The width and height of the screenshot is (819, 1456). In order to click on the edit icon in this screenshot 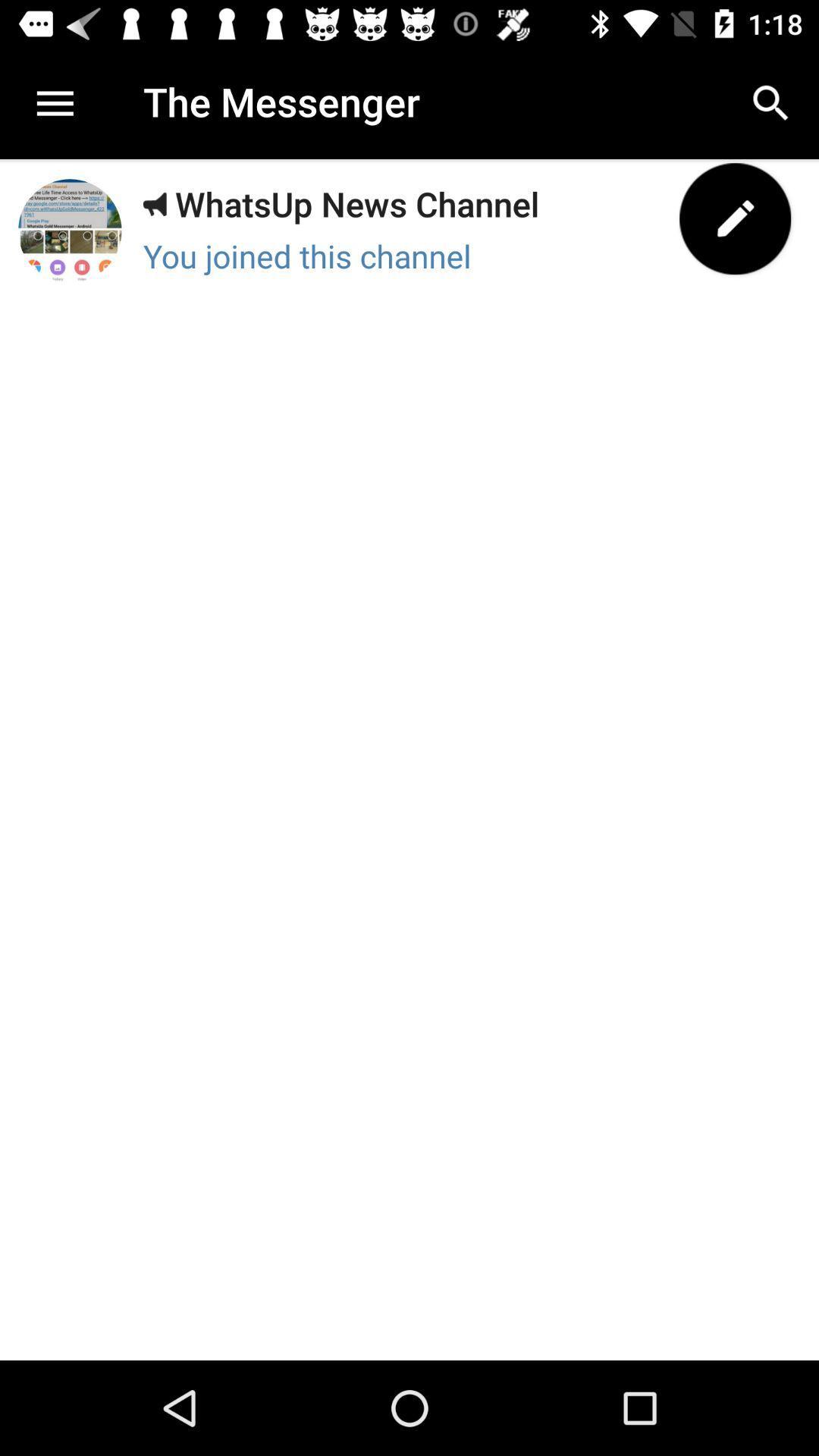, I will do `click(734, 218)`.